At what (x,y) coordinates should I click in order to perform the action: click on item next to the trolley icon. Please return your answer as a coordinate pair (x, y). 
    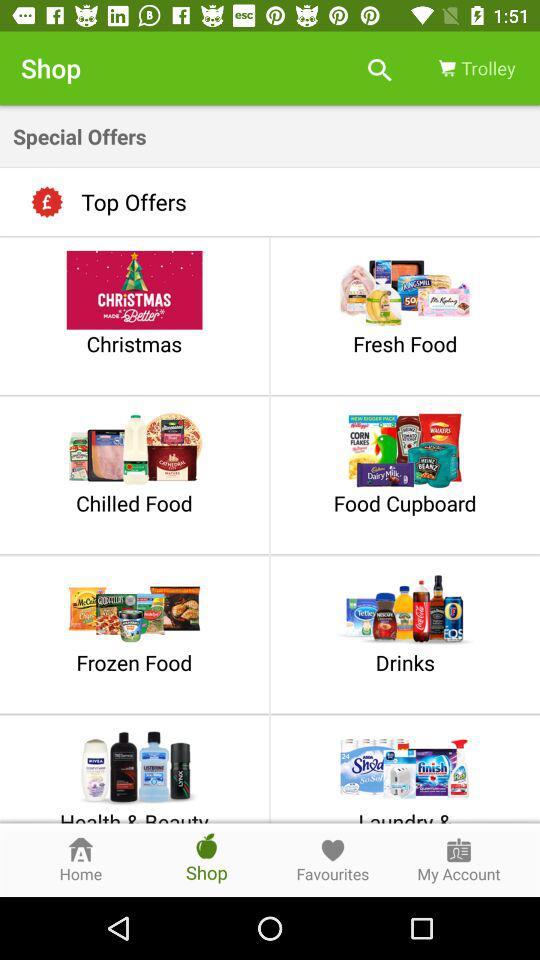
    Looking at the image, I should click on (379, 68).